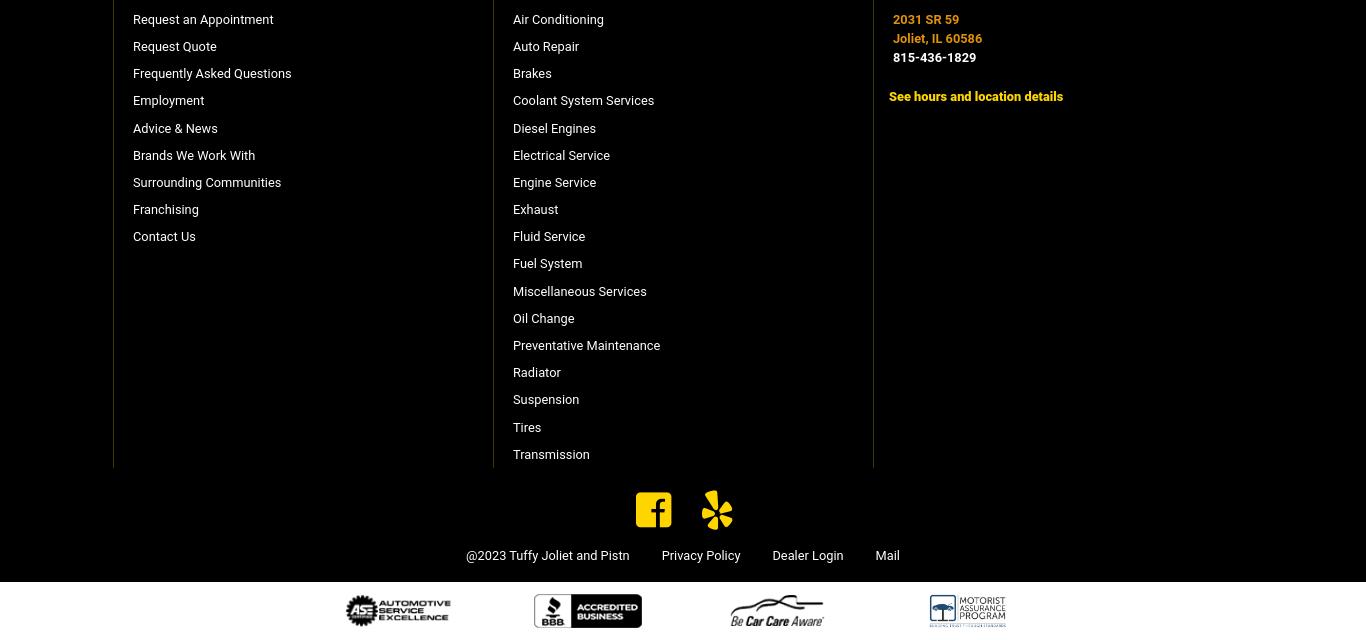 Image resolution: width=1366 pixels, height=640 pixels. What do you see at coordinates (550, 452) in the screenshot?
I see `'Transmission'` at bounding box center [550, 452].